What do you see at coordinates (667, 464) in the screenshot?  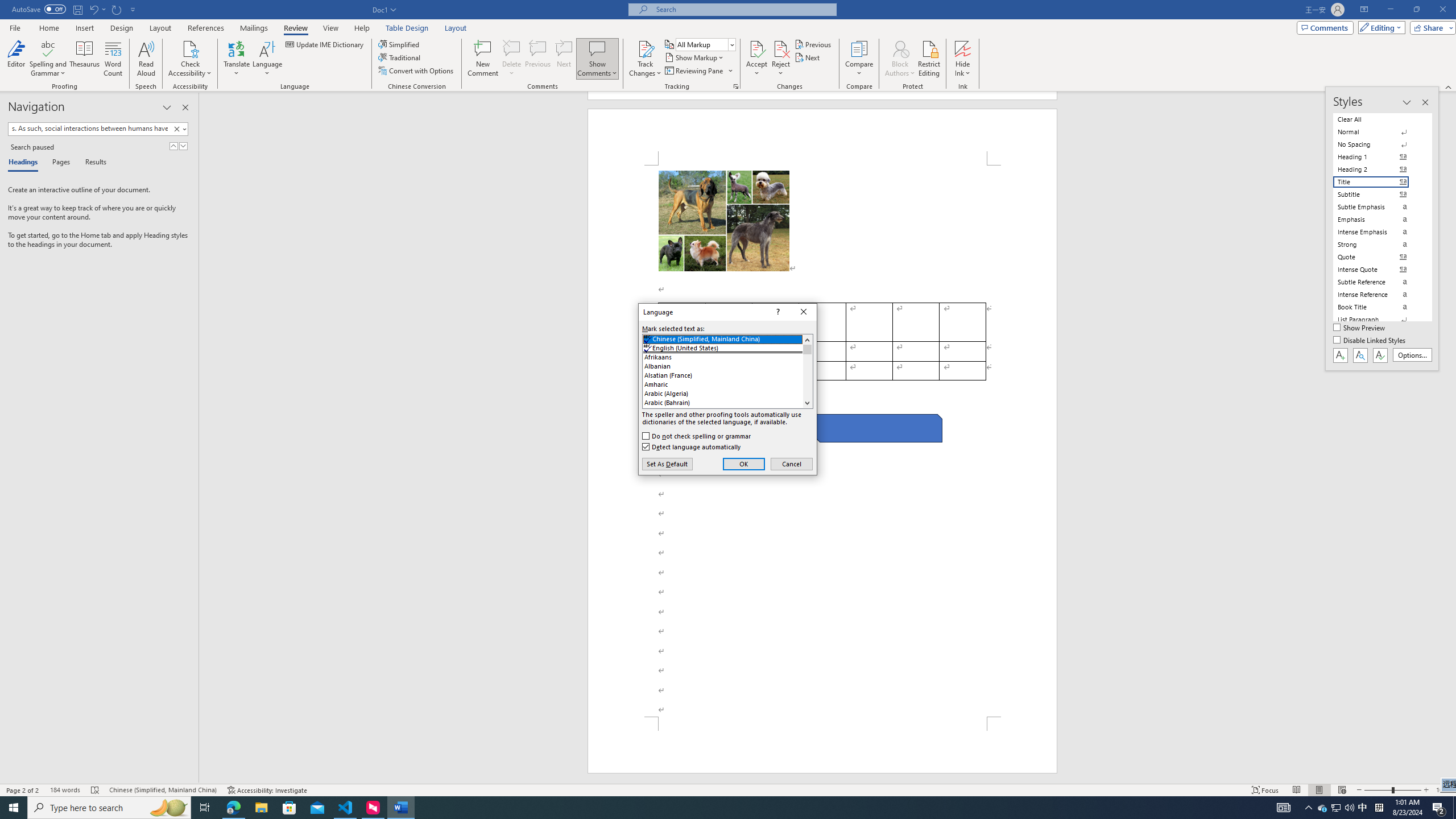 I see `'Set As Default'` at bounding box center [667, 464].